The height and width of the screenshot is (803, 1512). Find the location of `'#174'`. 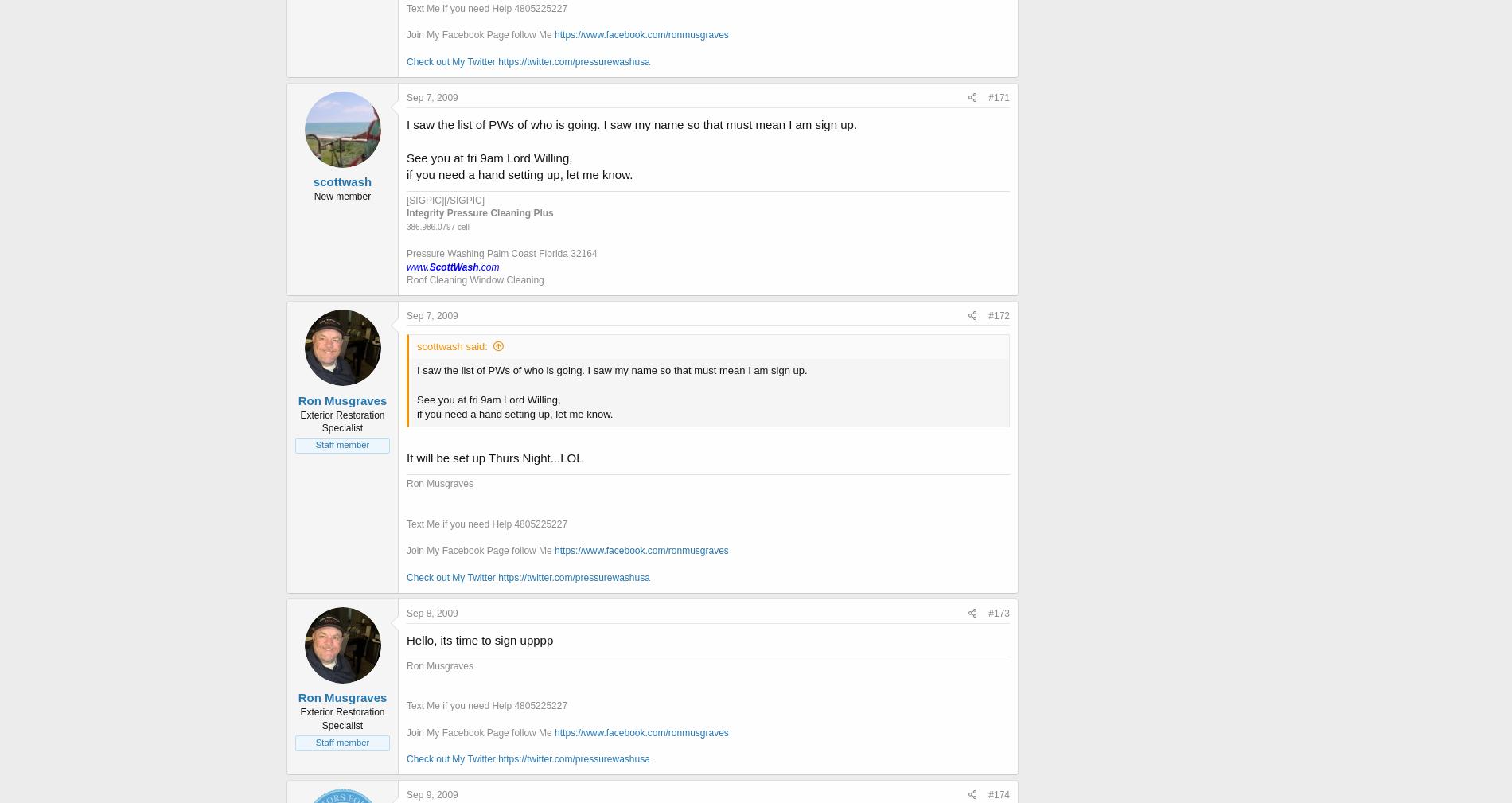

'#174' is located at coordinates (998, 794).